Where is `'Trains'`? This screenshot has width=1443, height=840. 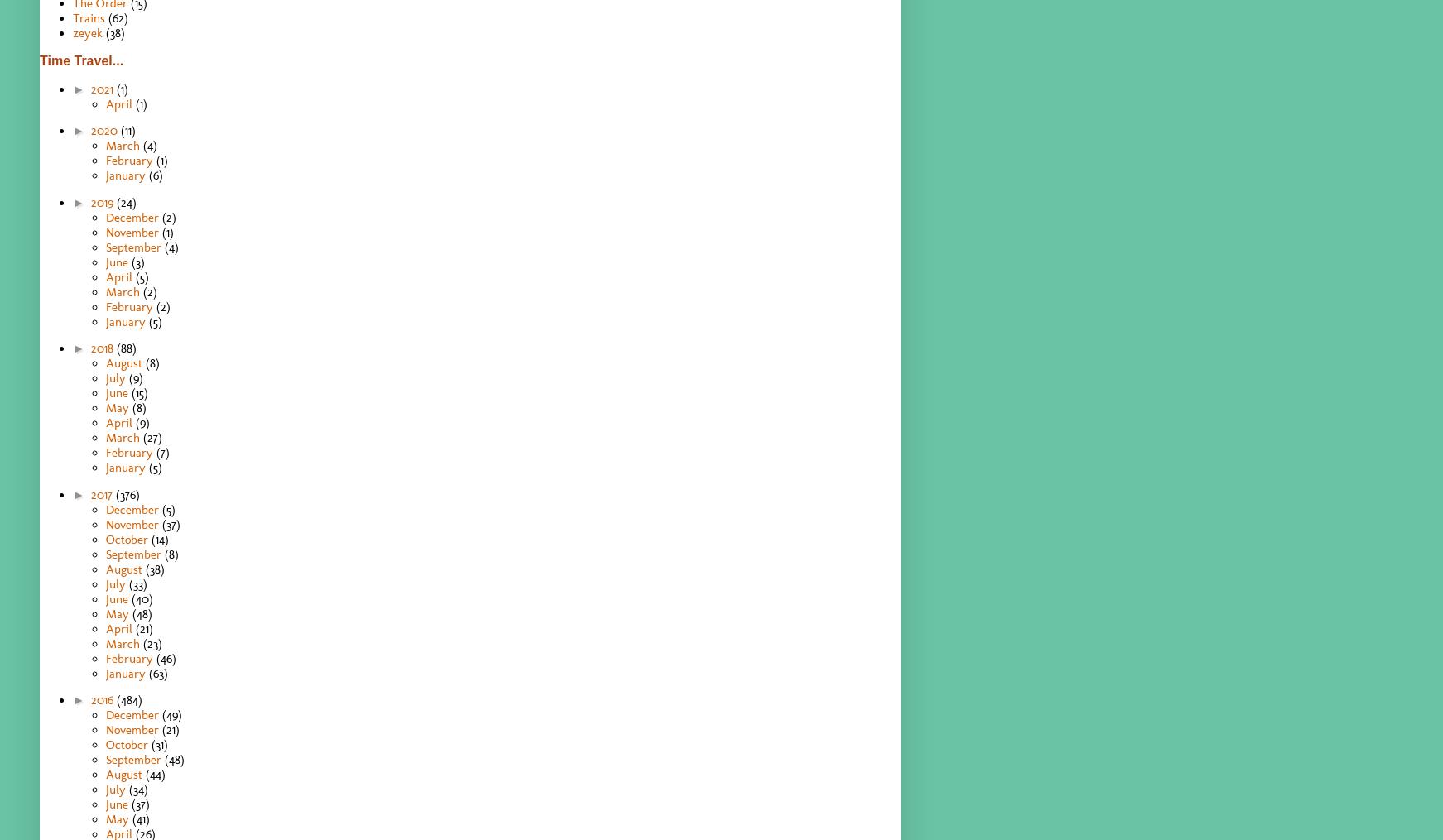
'Trains' is located at coordinates (88, 17).